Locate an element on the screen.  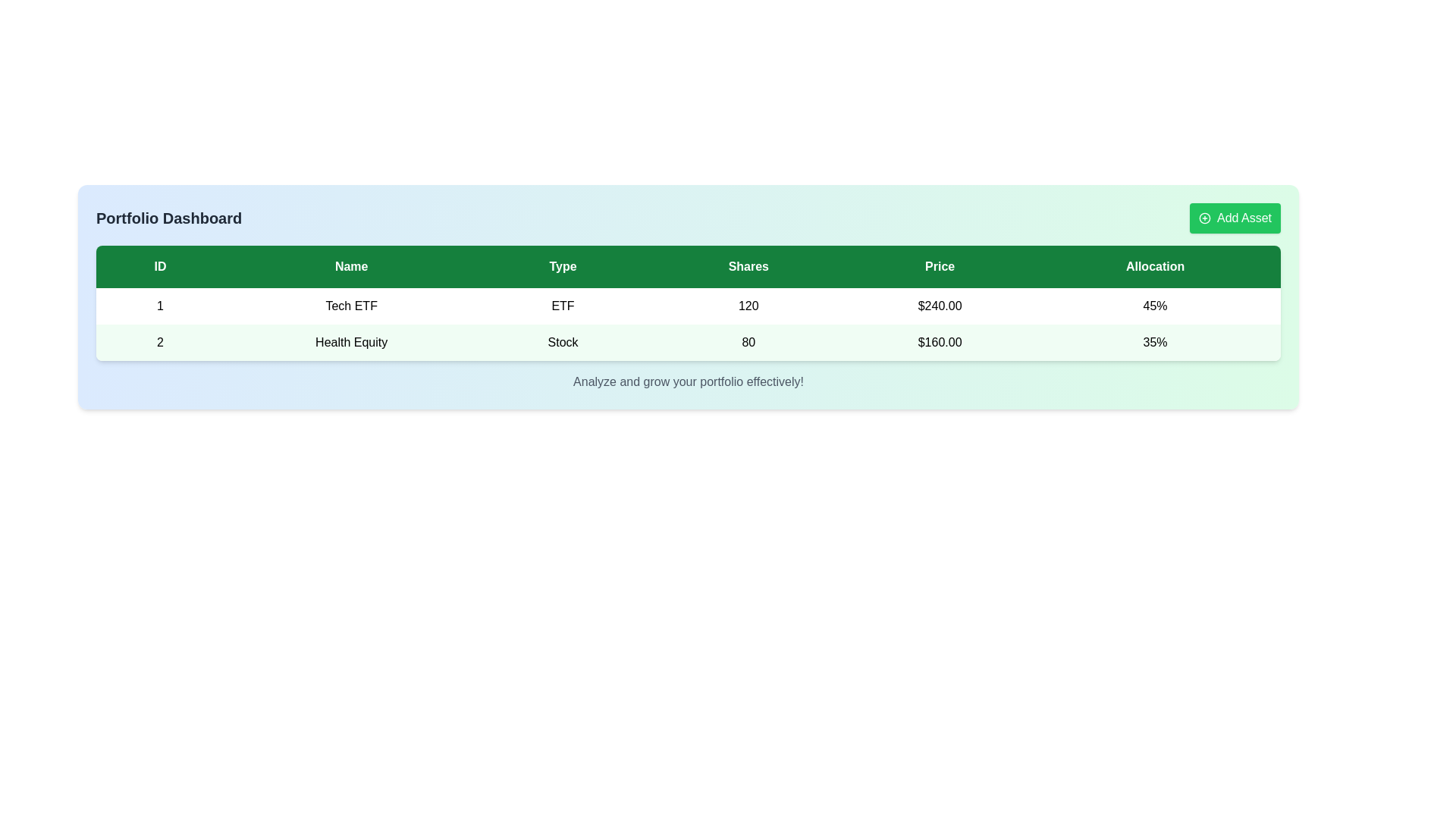
identifier from the table cell located in the first column of the second row of the dashboard table, directly below the ID column containing '1' is located at coordinates (160, 342).